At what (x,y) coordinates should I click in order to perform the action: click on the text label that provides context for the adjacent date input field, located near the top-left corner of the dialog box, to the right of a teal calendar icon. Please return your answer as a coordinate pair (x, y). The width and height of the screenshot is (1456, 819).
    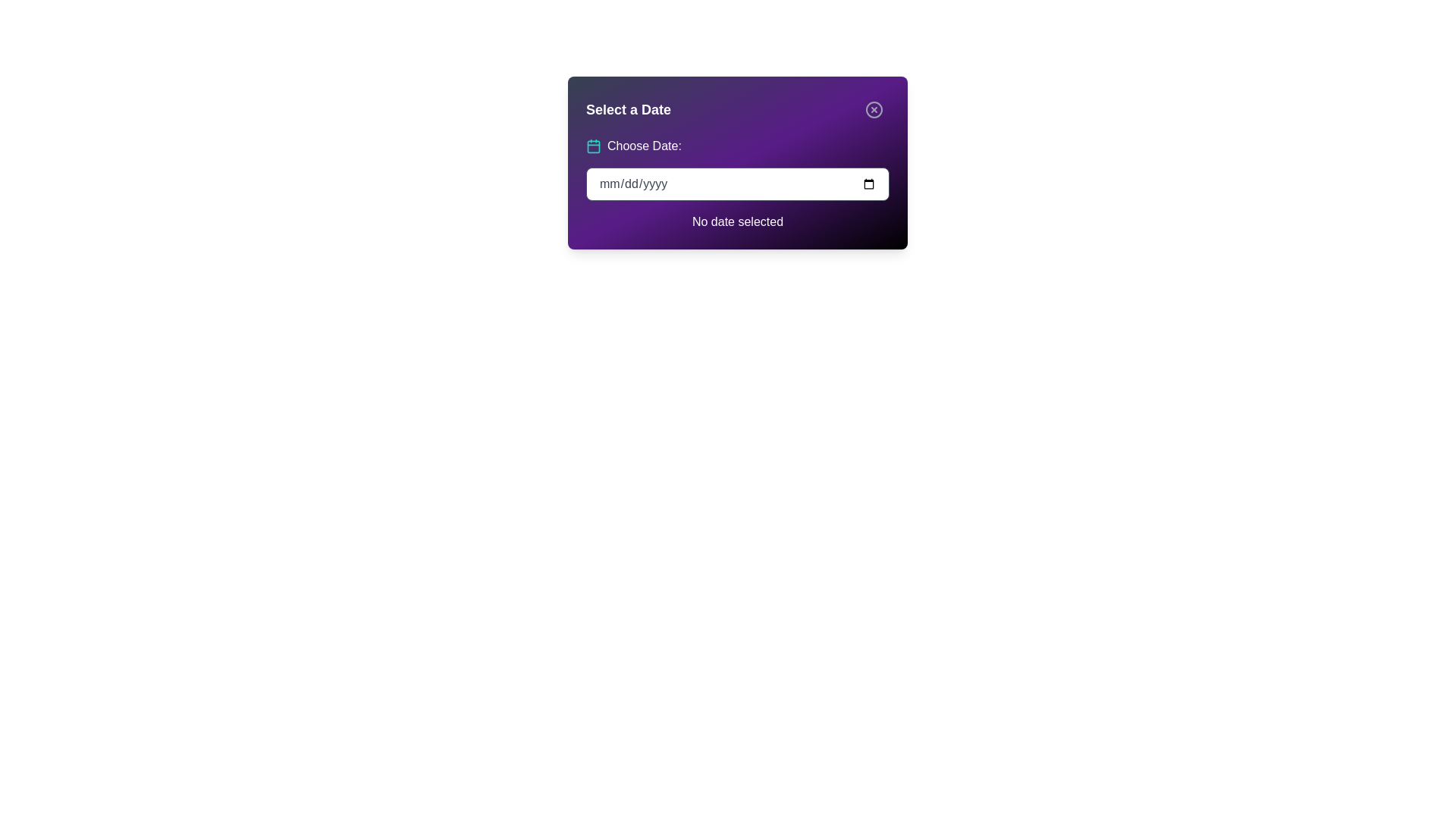
    Looking at the image, I should click on (644, 146).